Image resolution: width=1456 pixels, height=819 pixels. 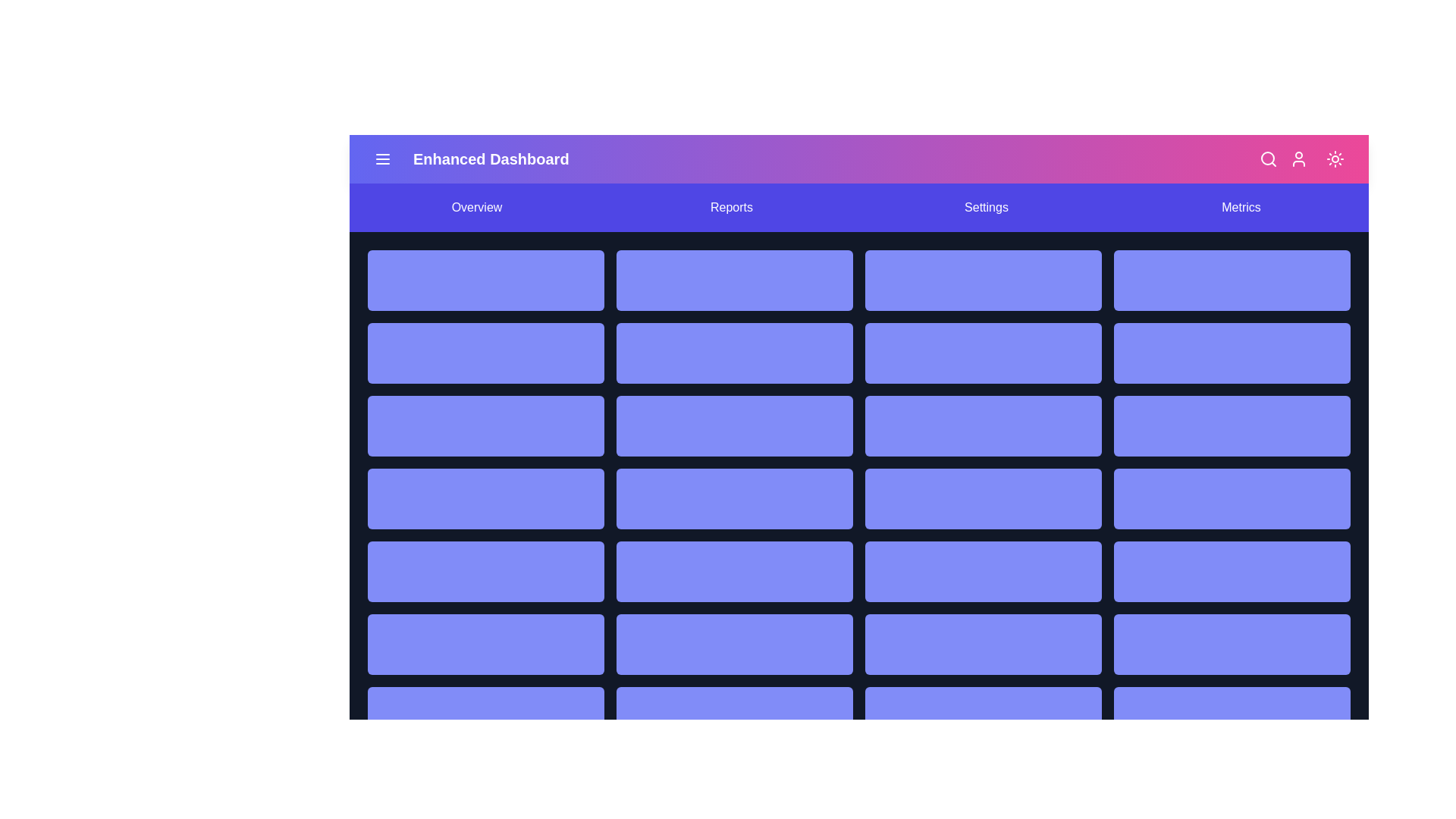 What do you see at coordinates (475, 207) in the screenshot?
I see `the Overview navigation link` at bounding box center [475, 207].